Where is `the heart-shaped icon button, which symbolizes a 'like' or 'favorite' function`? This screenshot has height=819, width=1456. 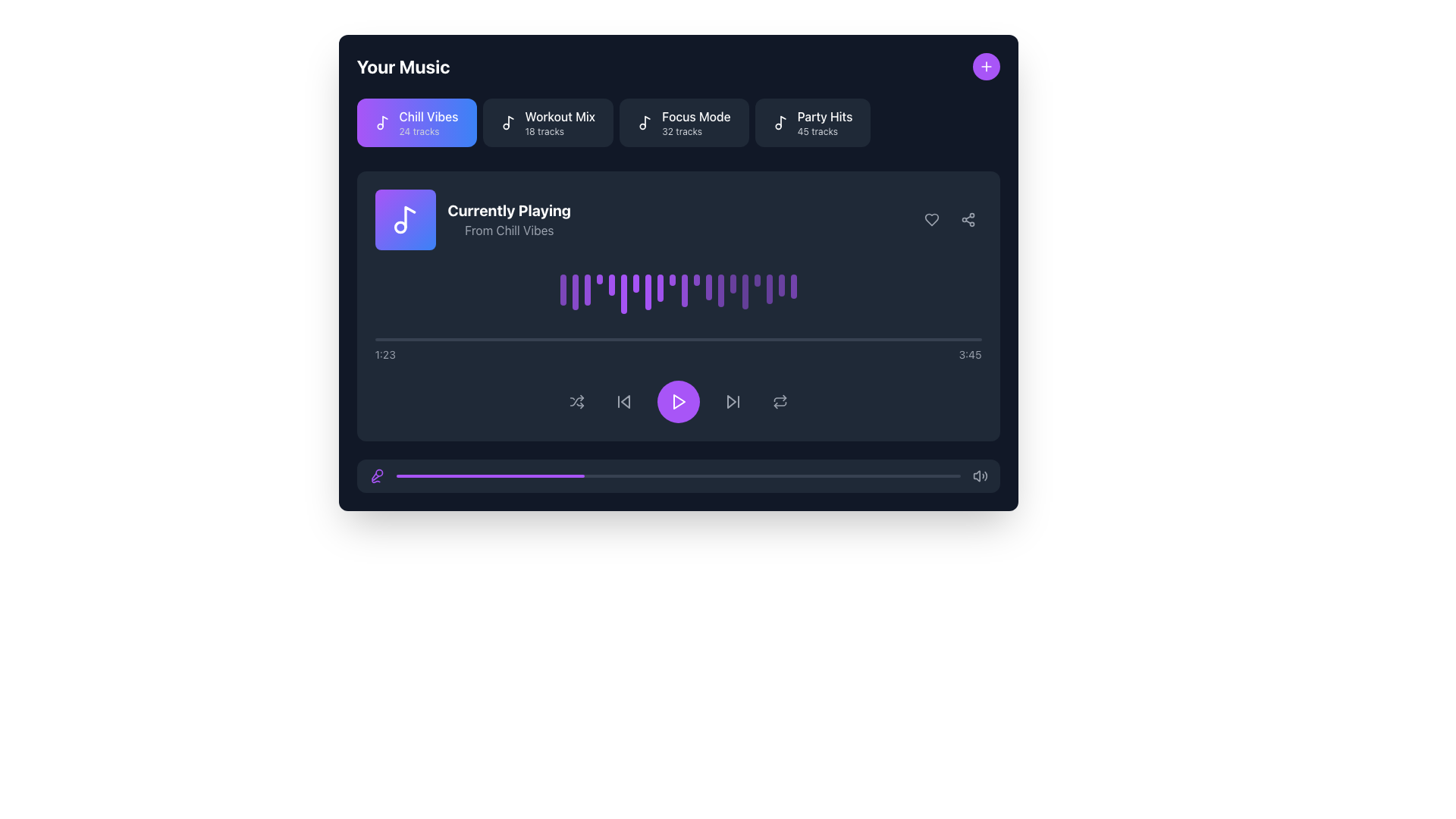
the heart-shaped icon button, which symbolizes a 'like' or 'favorite' function is located at coordinates (930, 219).